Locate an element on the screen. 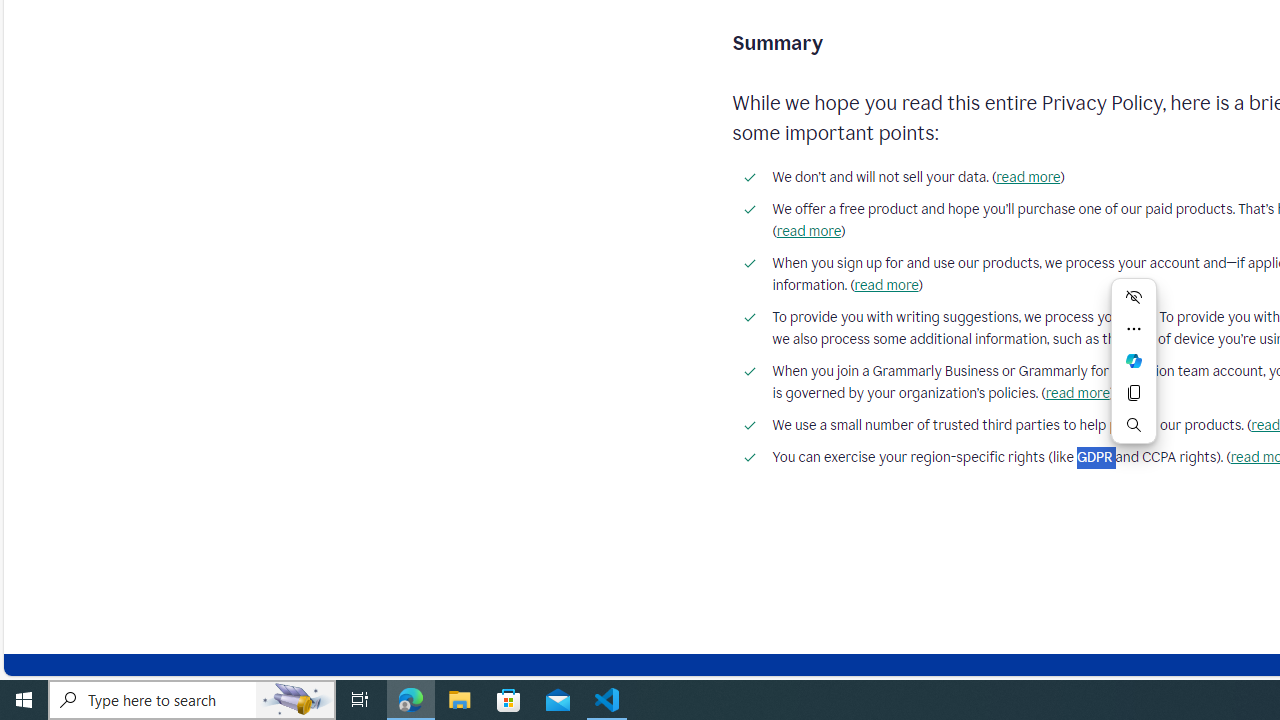 Image resolution: width=1280 pixels, height=720 pixels. 'Copy' is located at coordinates (1134, 393).